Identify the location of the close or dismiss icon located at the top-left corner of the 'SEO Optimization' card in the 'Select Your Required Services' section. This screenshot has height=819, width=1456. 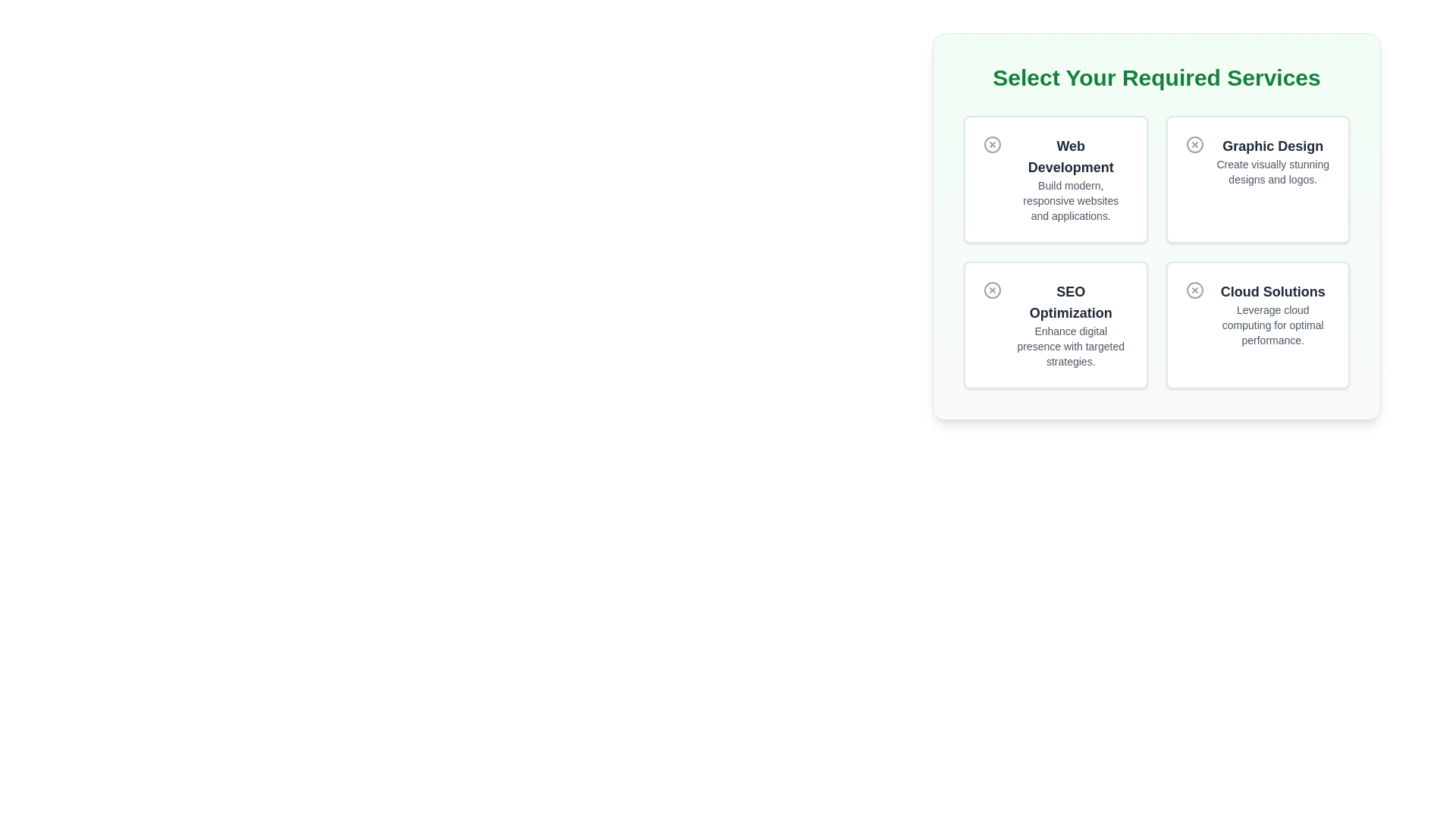
(993, 290).